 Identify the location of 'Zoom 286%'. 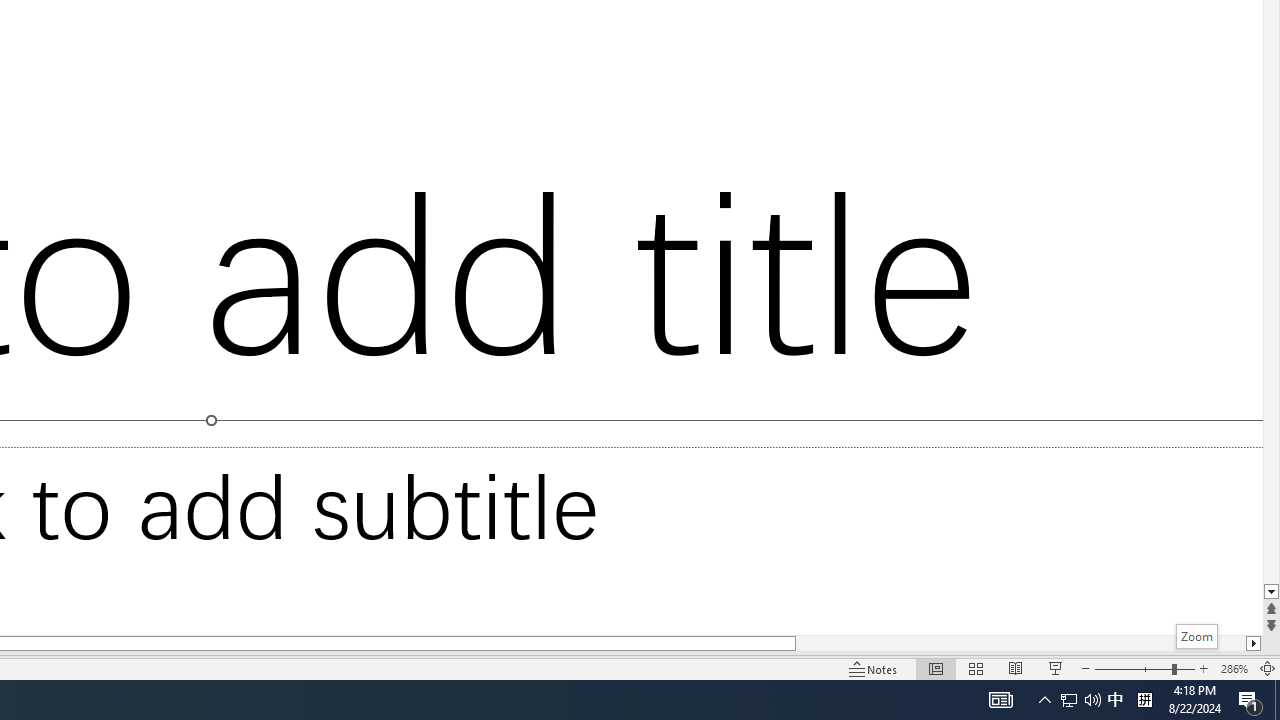
(1233, 669).